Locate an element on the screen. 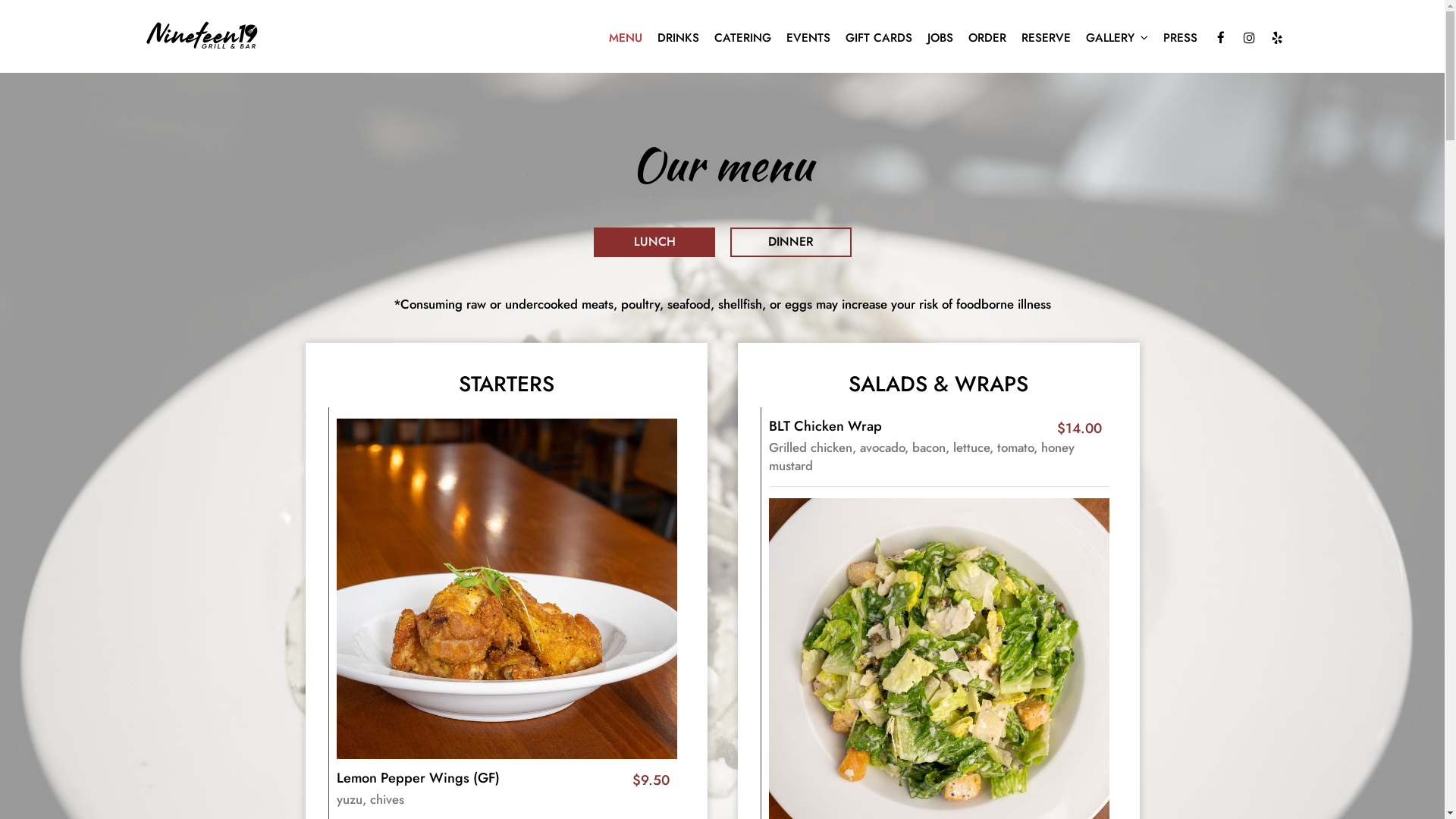  'DINNER' is located at coordinates (789, 241).